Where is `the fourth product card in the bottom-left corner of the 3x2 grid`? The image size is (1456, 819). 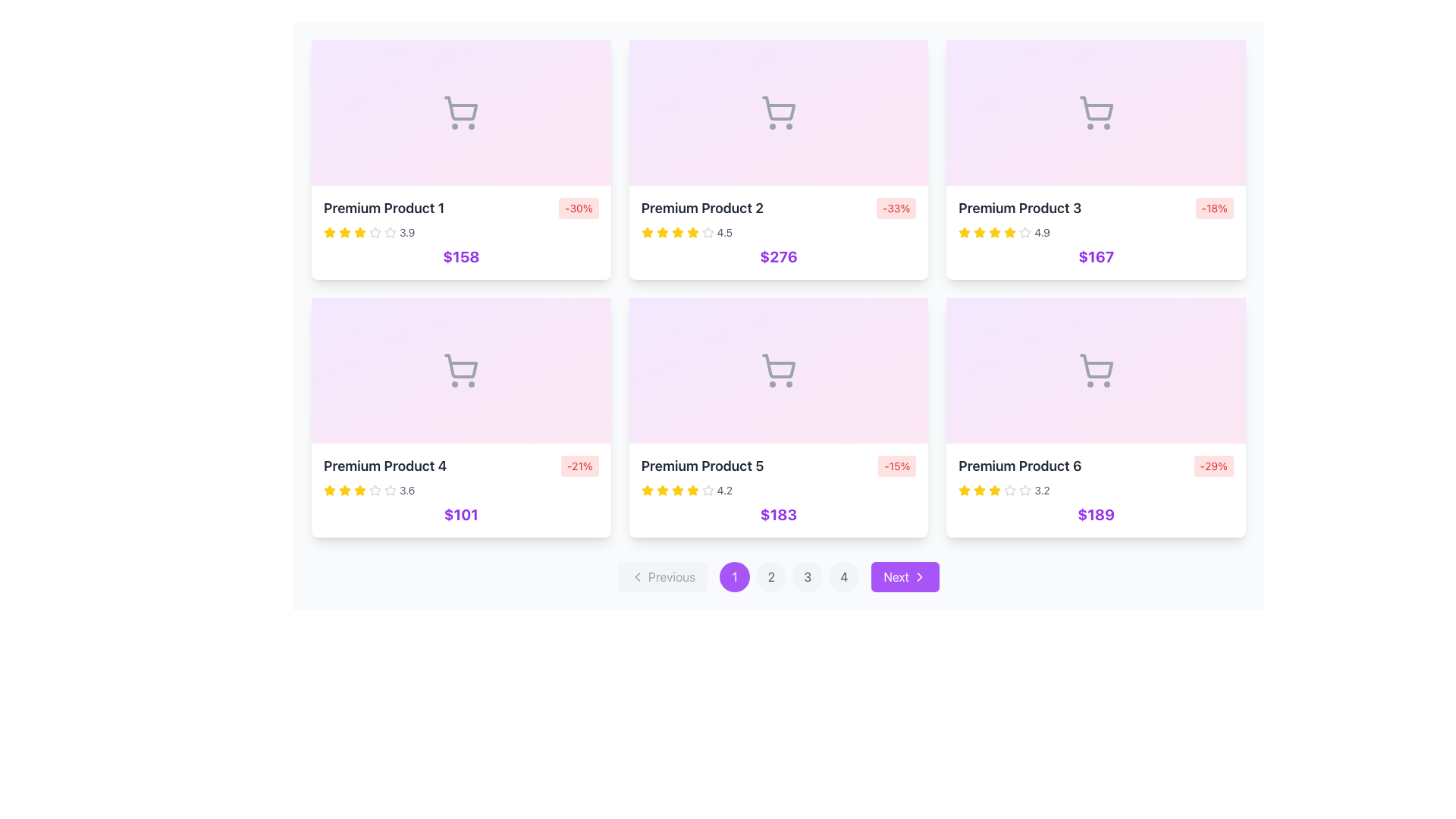
the fourth product card in the bottom-left corner of the 3x2 grid is located at coordinates (460, 491).